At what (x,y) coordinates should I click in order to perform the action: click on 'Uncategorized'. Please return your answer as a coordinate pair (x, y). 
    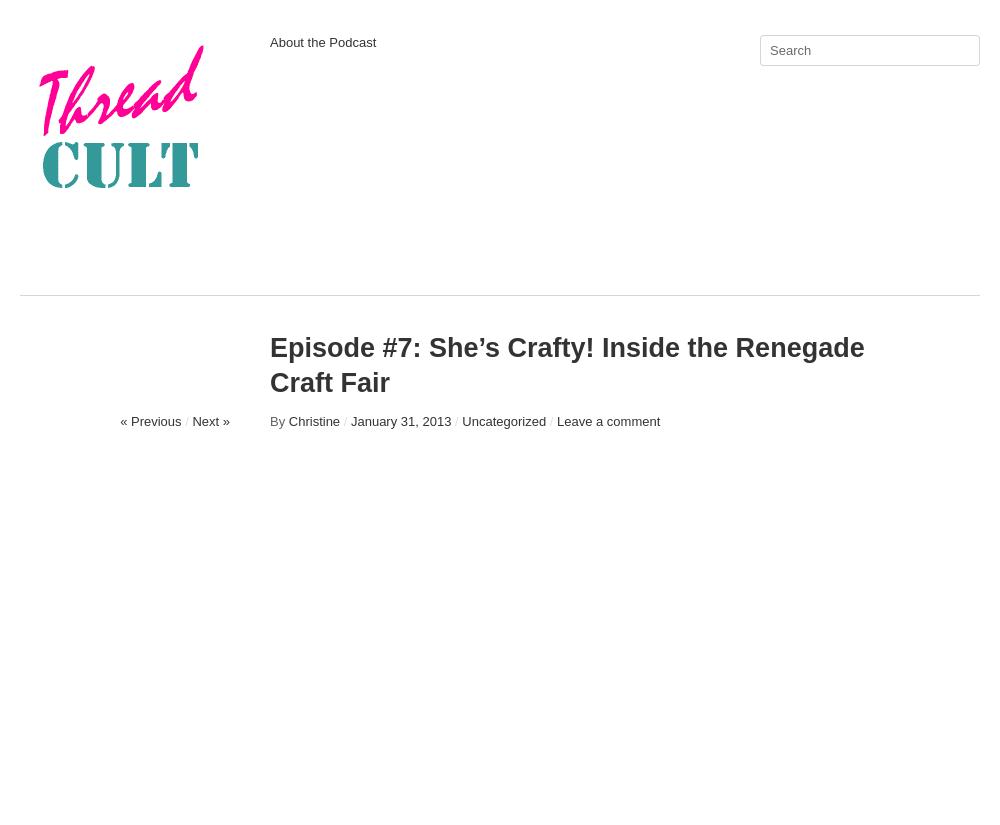
    Looking at the image, I should click on (461, 421).